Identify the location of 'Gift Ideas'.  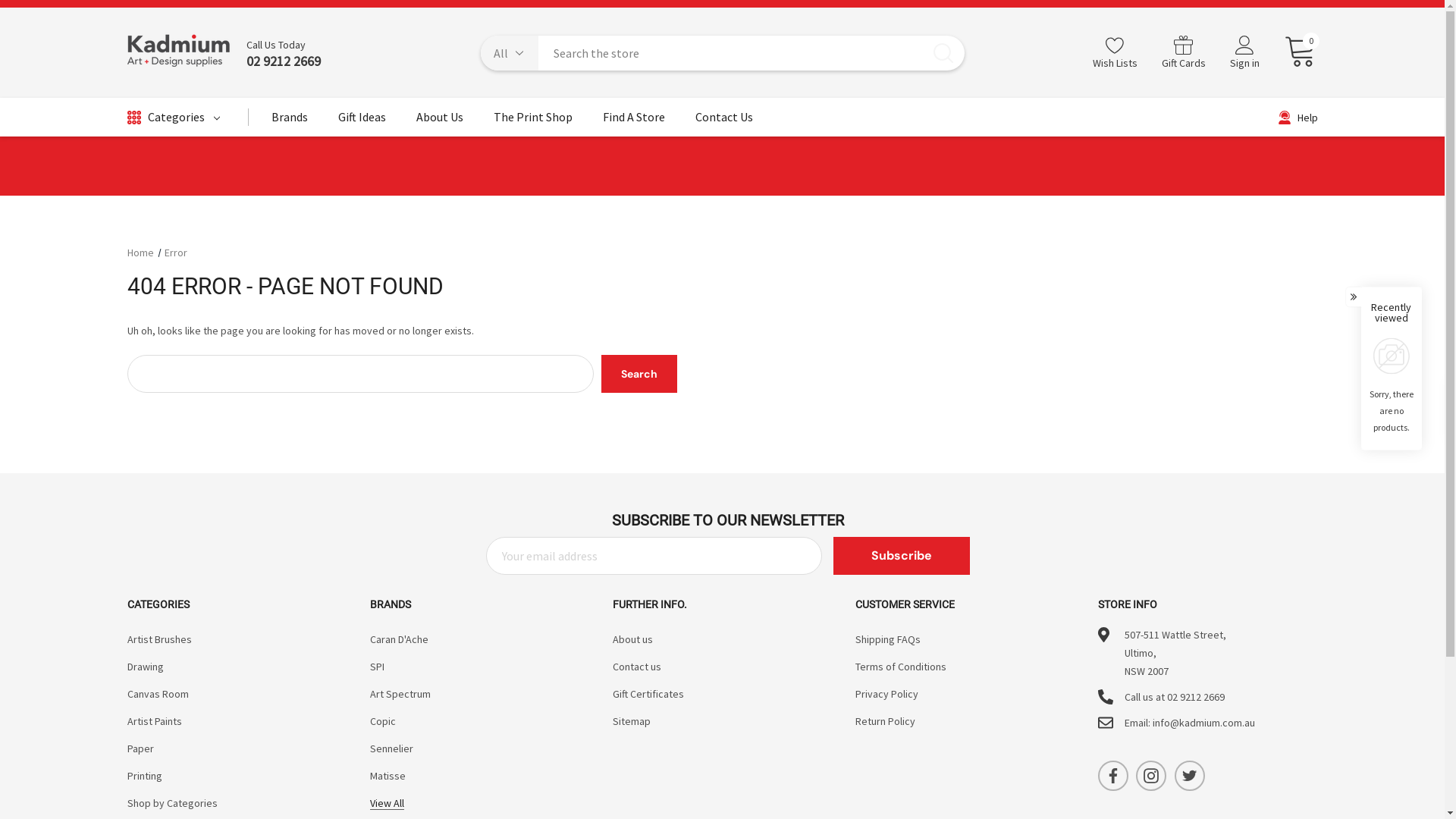
(361, 120).